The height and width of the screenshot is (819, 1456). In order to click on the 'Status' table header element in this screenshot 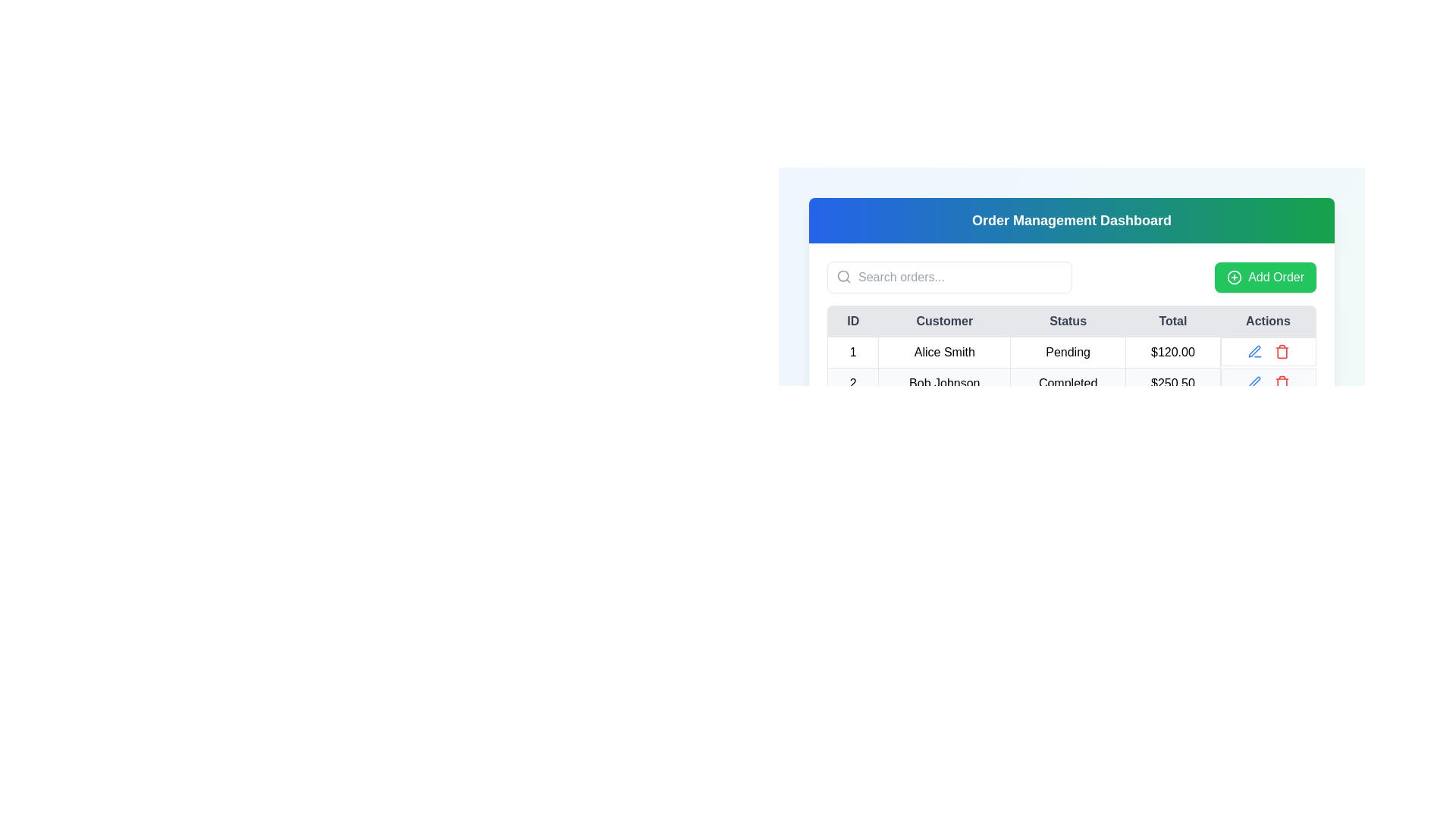, I will do `click(1067, 321)`.